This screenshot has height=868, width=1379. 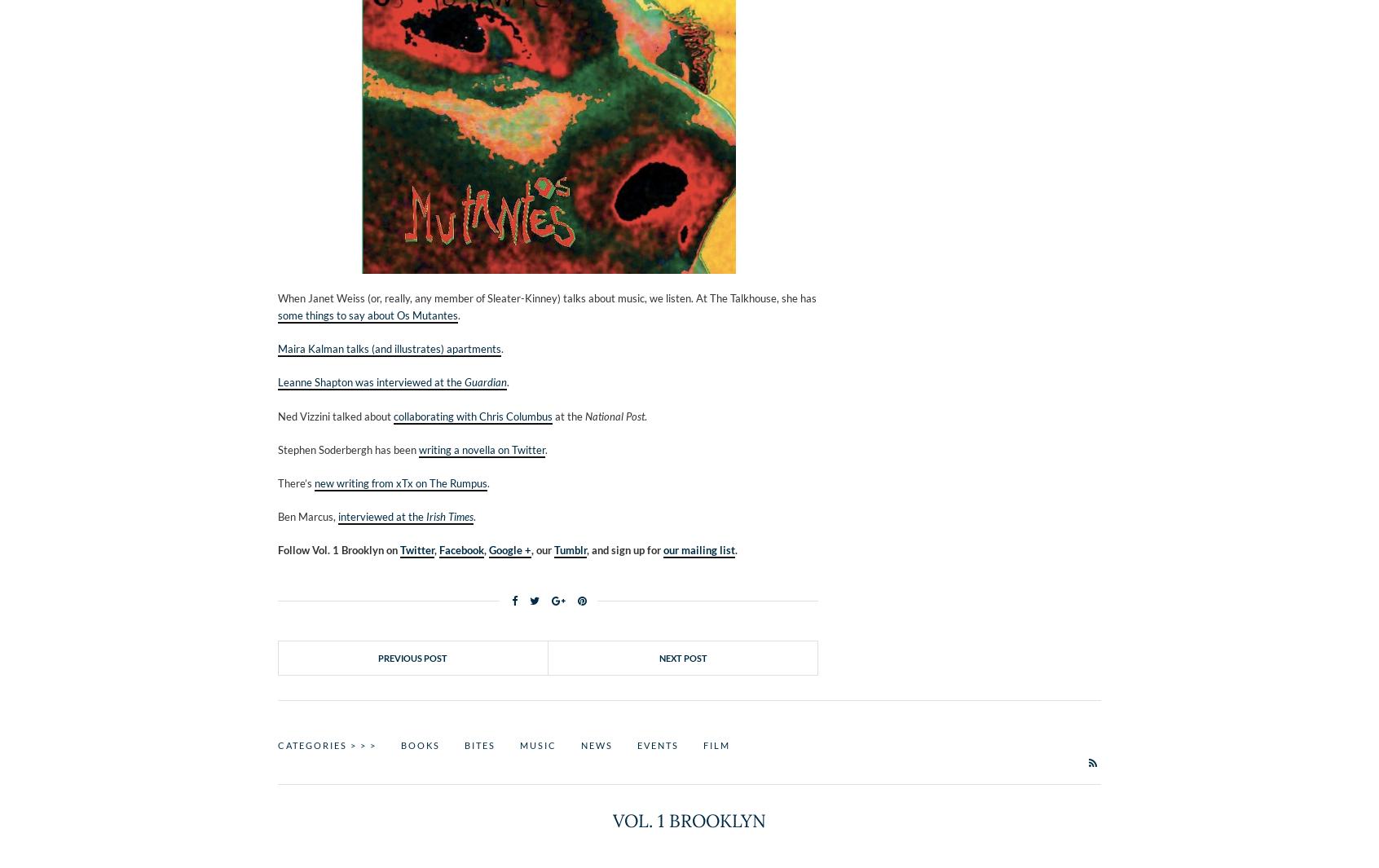 I want to click on 'Books', so click(x=400, y=745).